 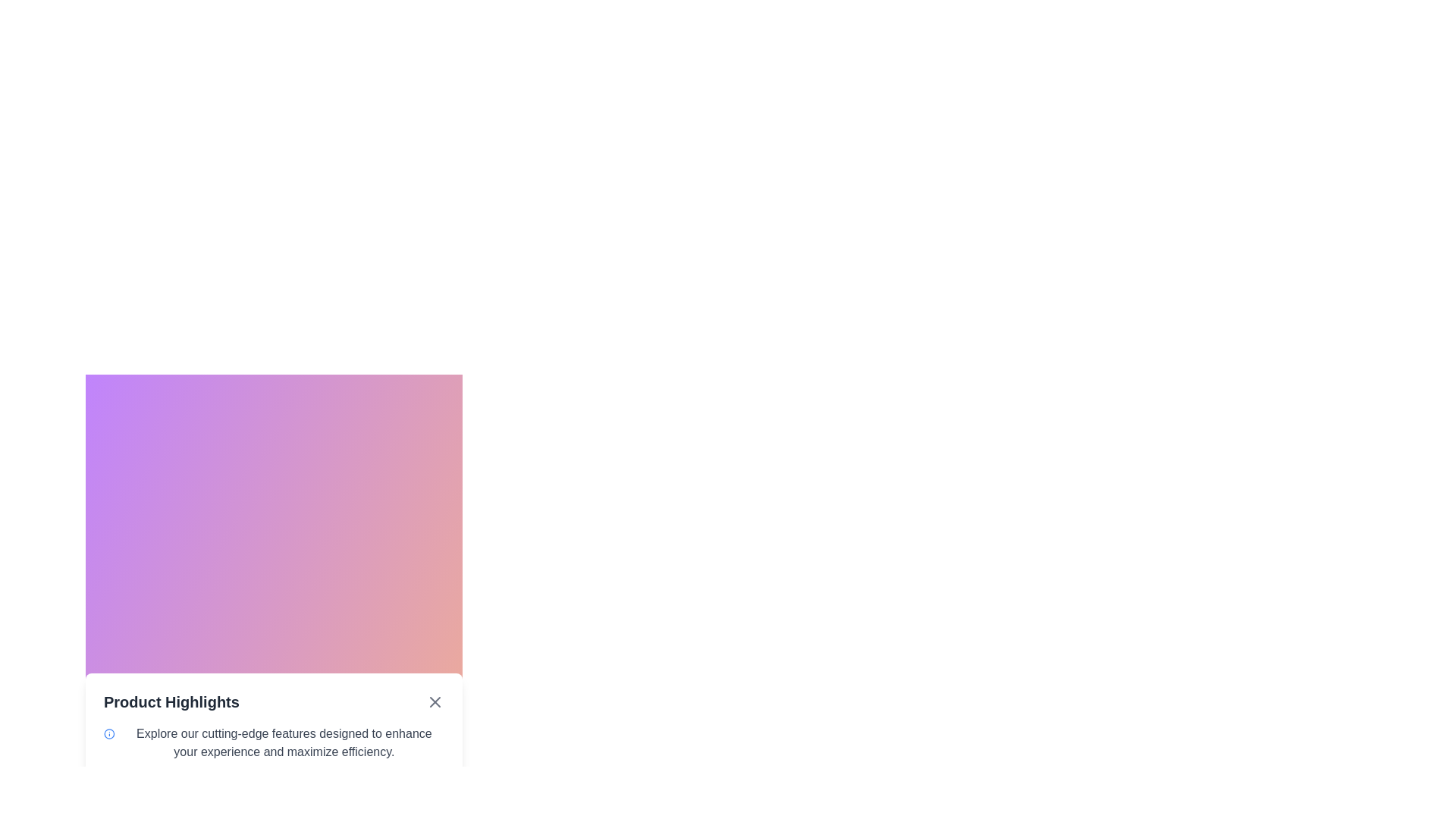 What do you see at coordinates (274, 742) in the screenshot?
I see `information provided in the informational text block that states 'Explore our cutting-edge features designed to enhance your experience and maximize efficiency.'` at bounding box center [274, 742].